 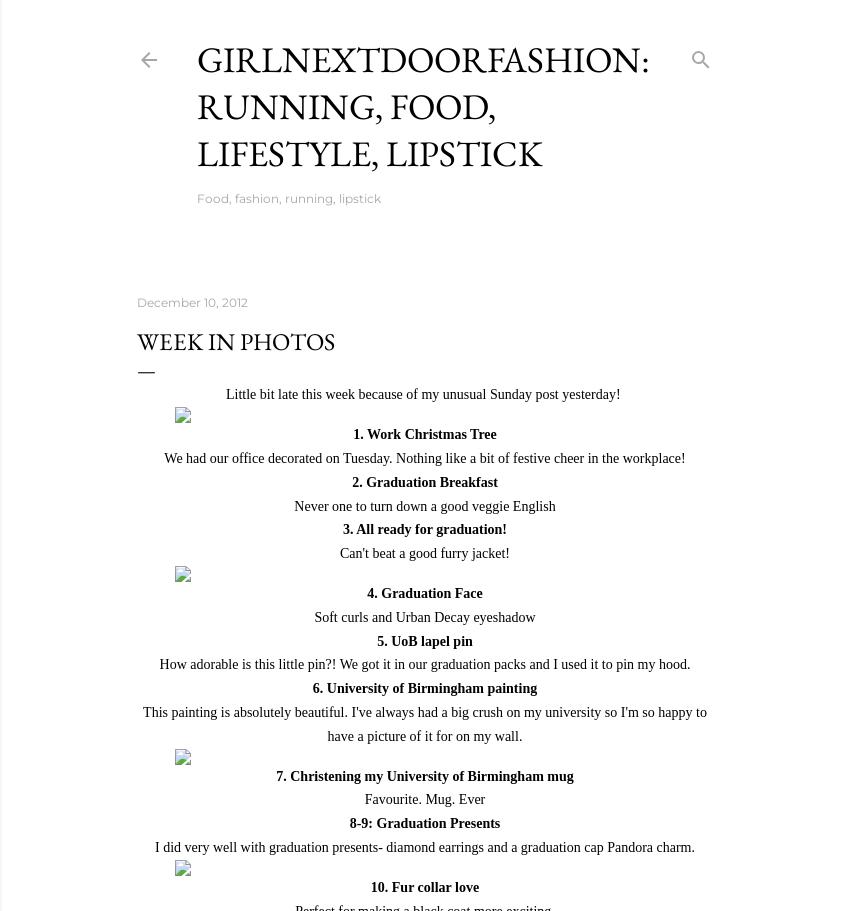 I want to click on '2. Graduation Breakfast', so click(x=424, y=480).